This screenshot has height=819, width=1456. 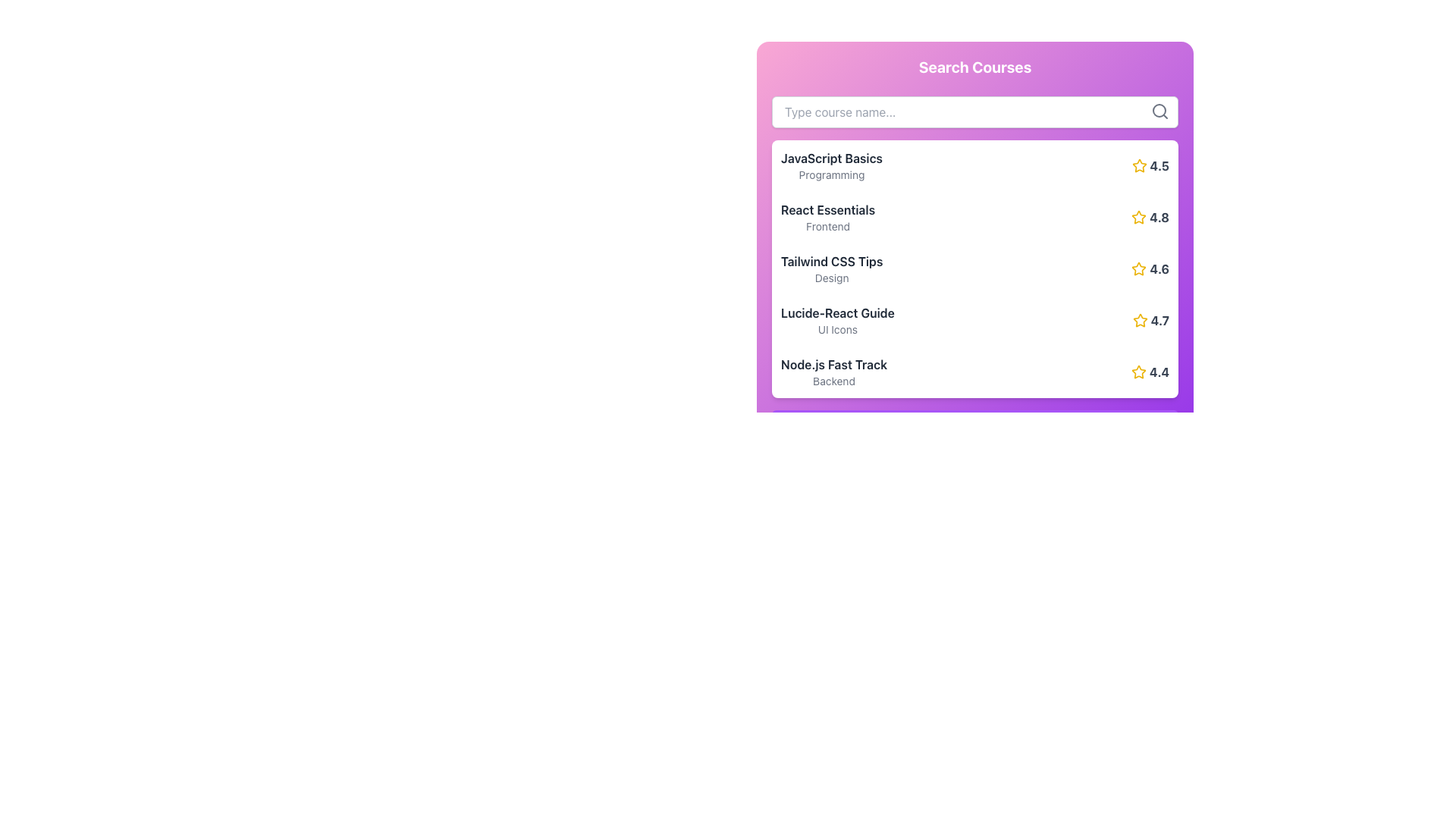 What do you see at coordinates (1139, 217) in the screenshot?
I see `the star icon representing the rating for the 'React Essentials' course` at bounding box center [1139, 217].